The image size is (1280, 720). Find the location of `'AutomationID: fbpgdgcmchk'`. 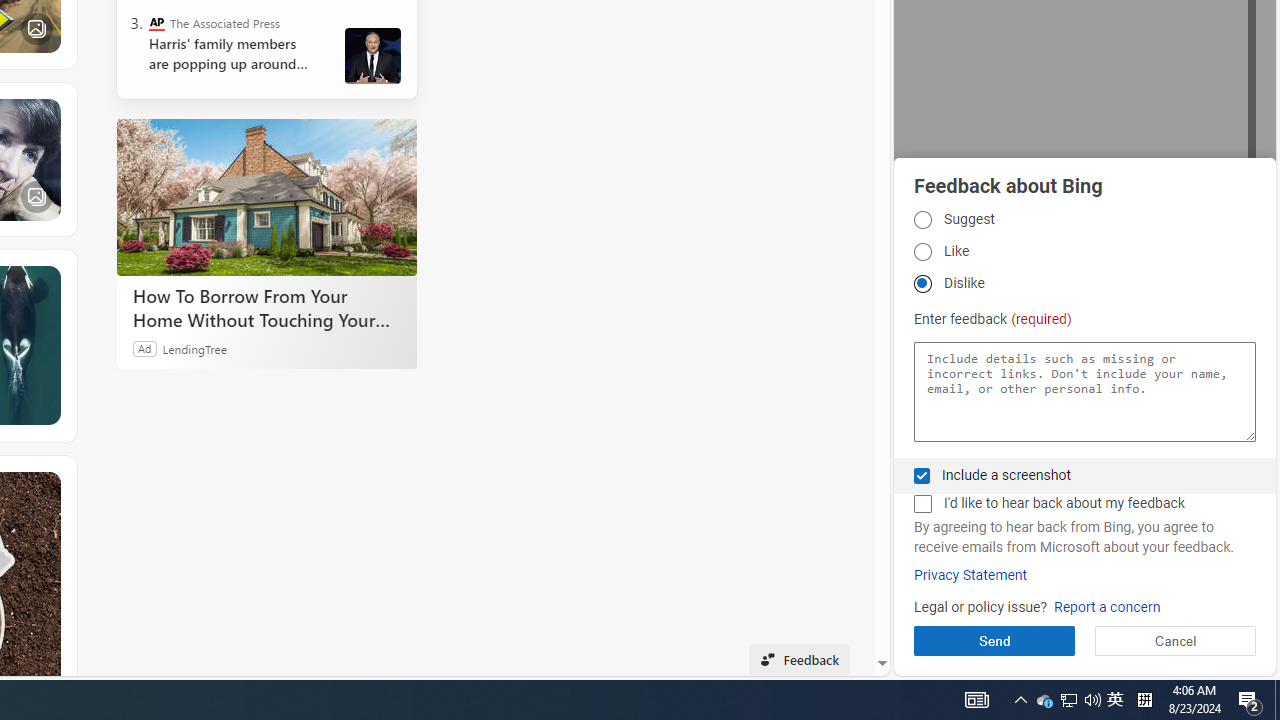

'AutomationID: fbpgdgcmchk' is located at coordinates (921, 502).